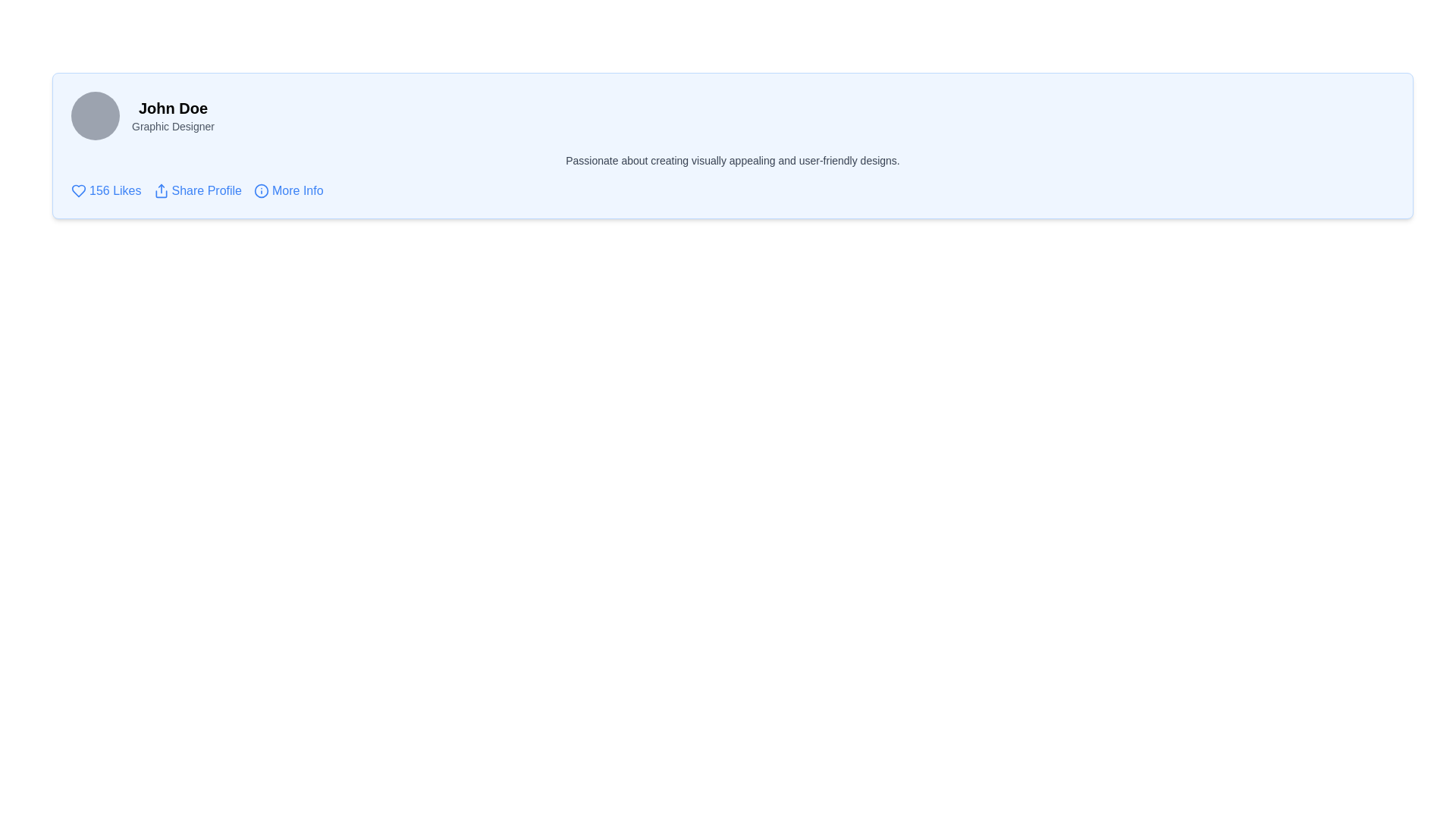  I want to click on the informational icon located to the left of the 'More Info' text, so click(262, 189).